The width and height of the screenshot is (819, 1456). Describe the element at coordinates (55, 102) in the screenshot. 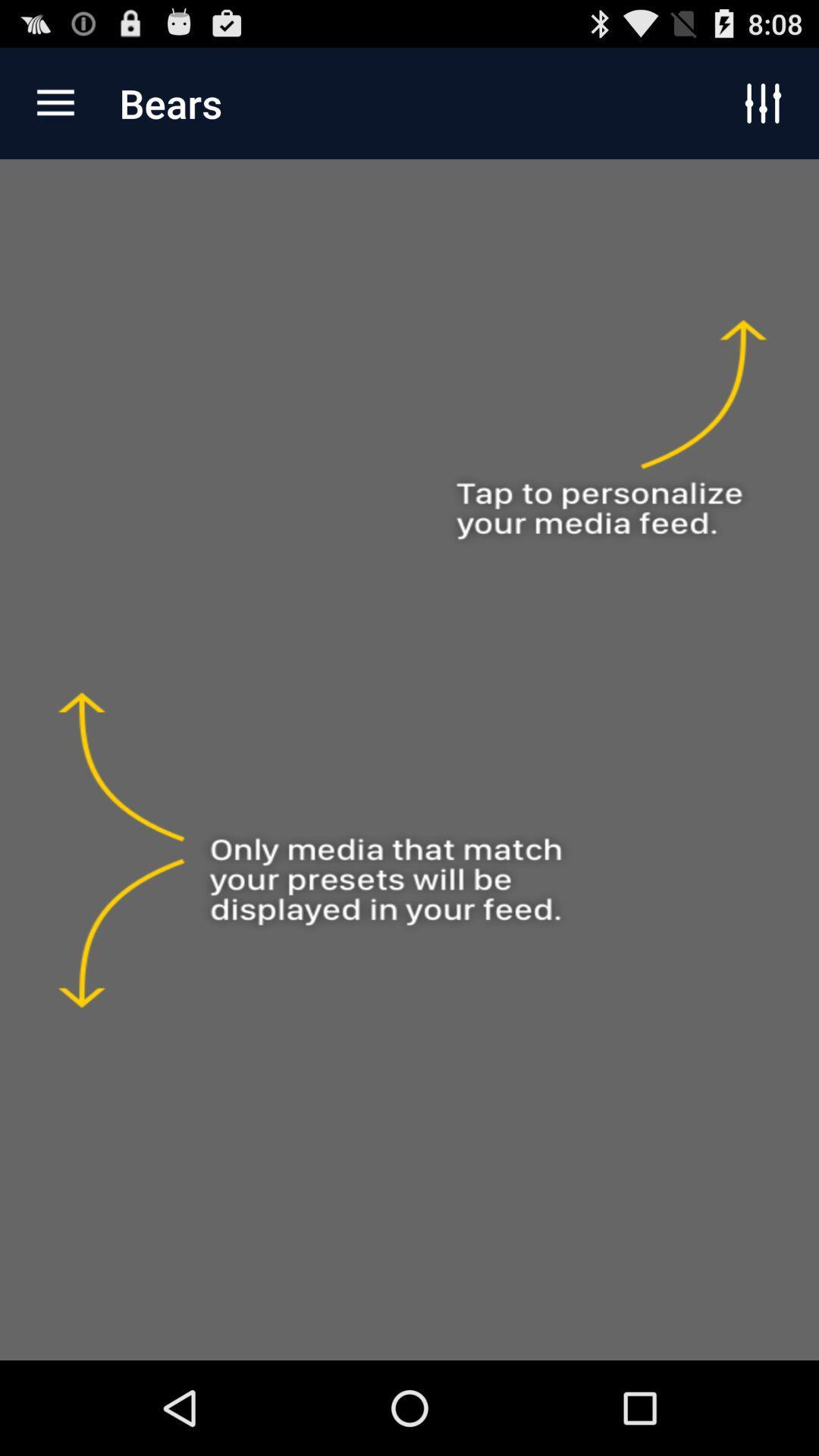

I see `the app to the left of the bears item` at that location.